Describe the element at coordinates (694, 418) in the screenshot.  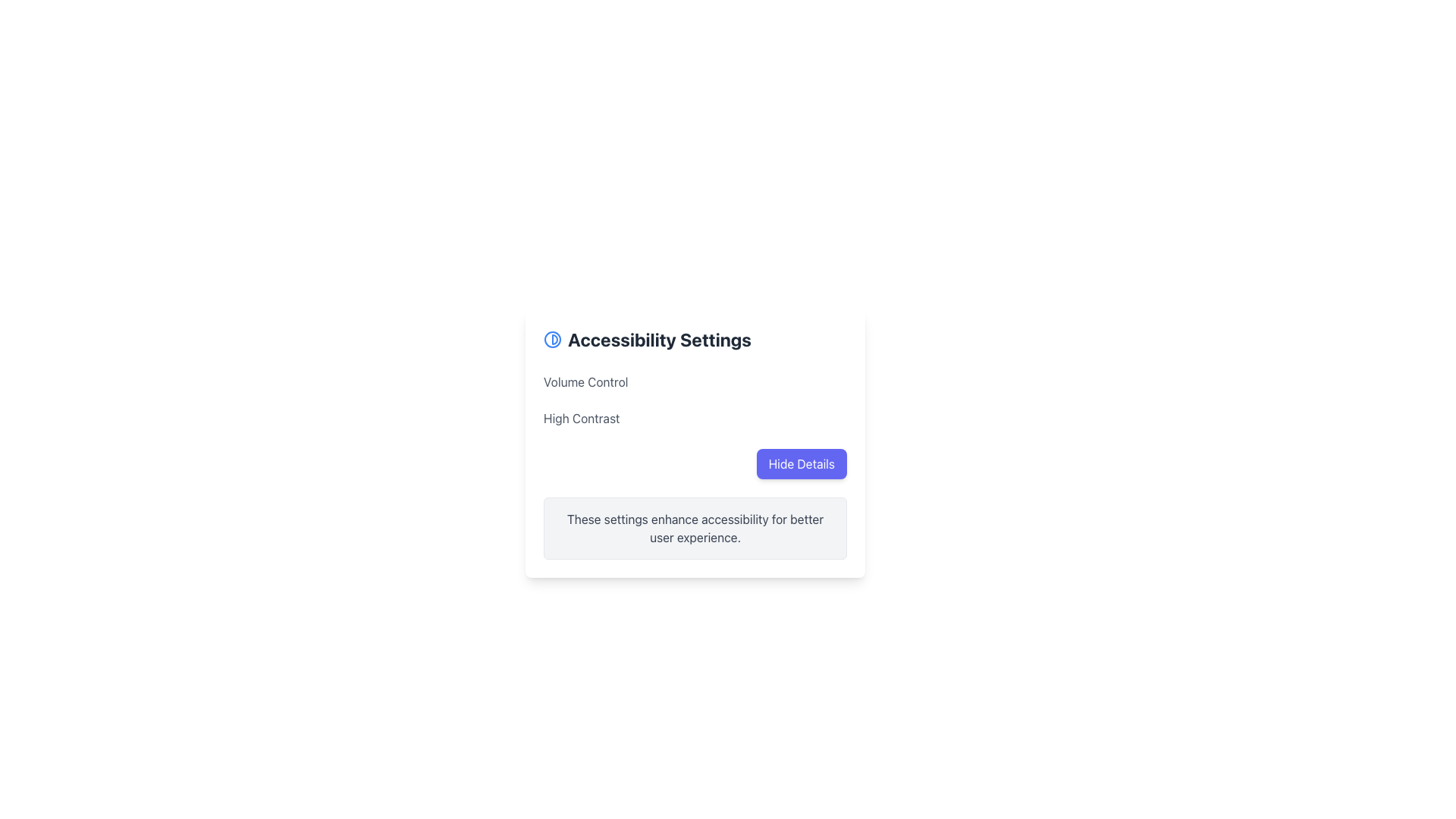
I see `the toggle switch labeled 'Disabled' for 'High Contrast' in the Accessibility Settings to change its state` at that location.